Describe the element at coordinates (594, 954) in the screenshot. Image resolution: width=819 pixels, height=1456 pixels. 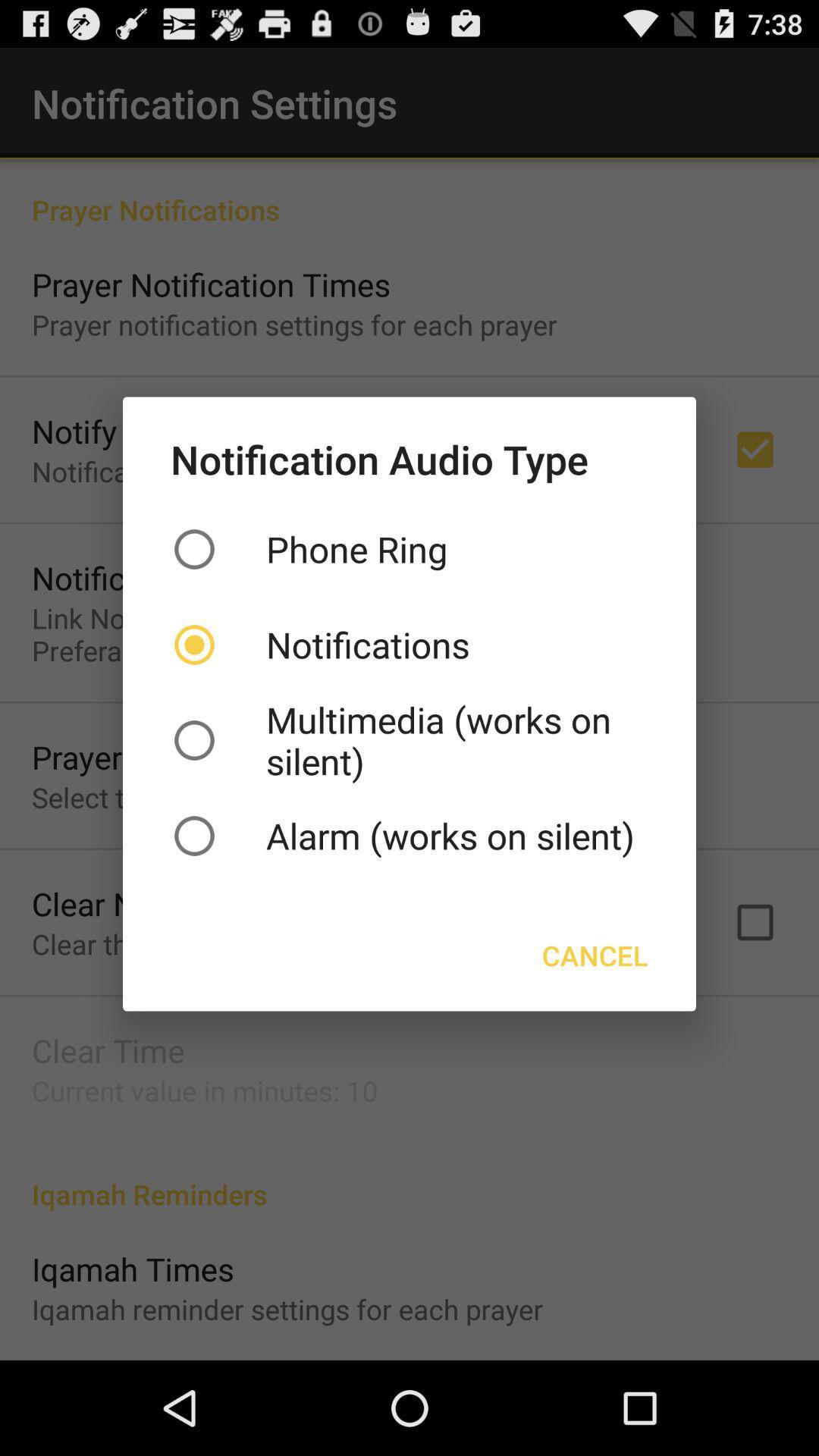
I see `the cancel item` at that location.